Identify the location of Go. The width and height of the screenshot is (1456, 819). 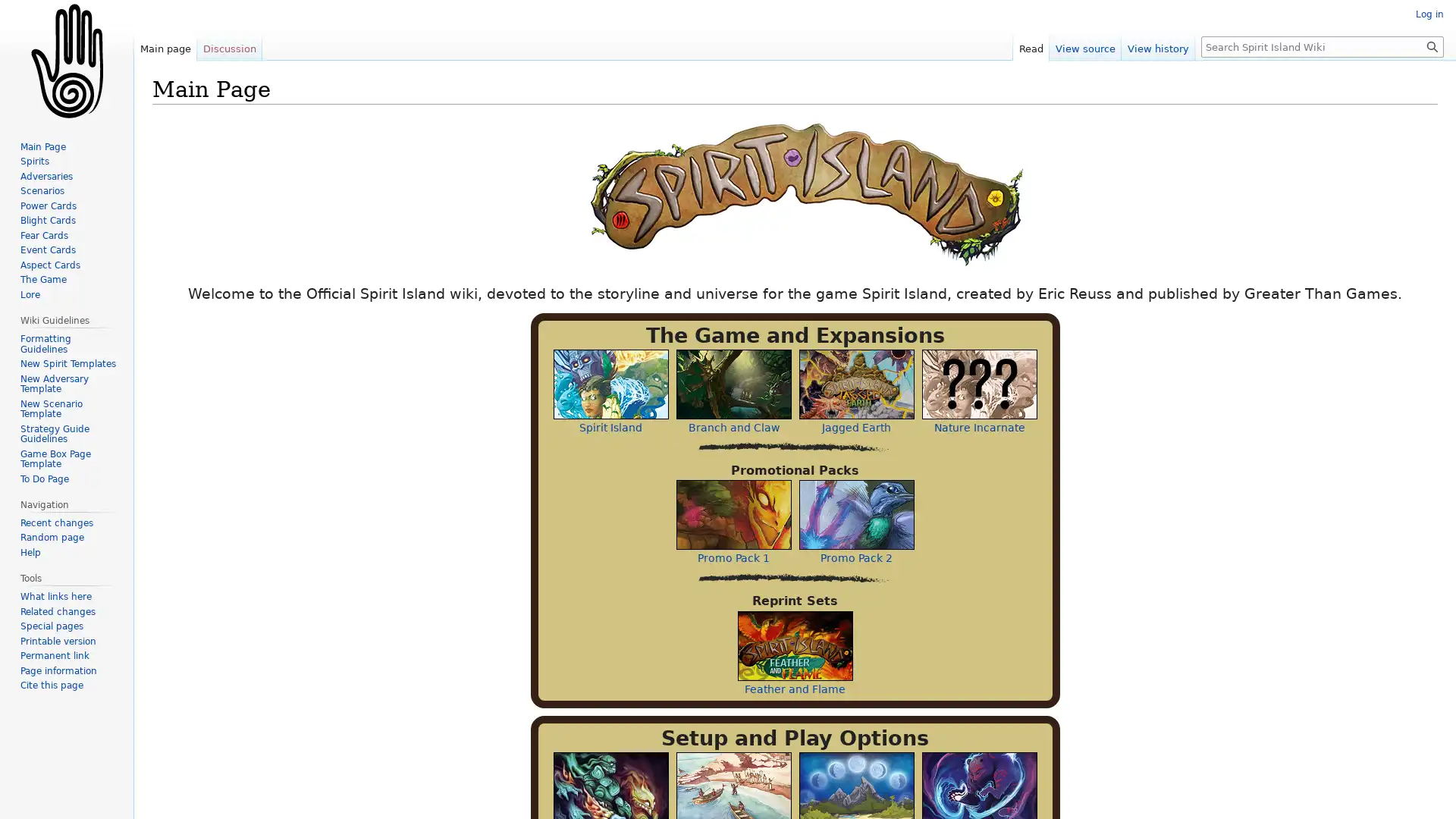
(1432, 45).